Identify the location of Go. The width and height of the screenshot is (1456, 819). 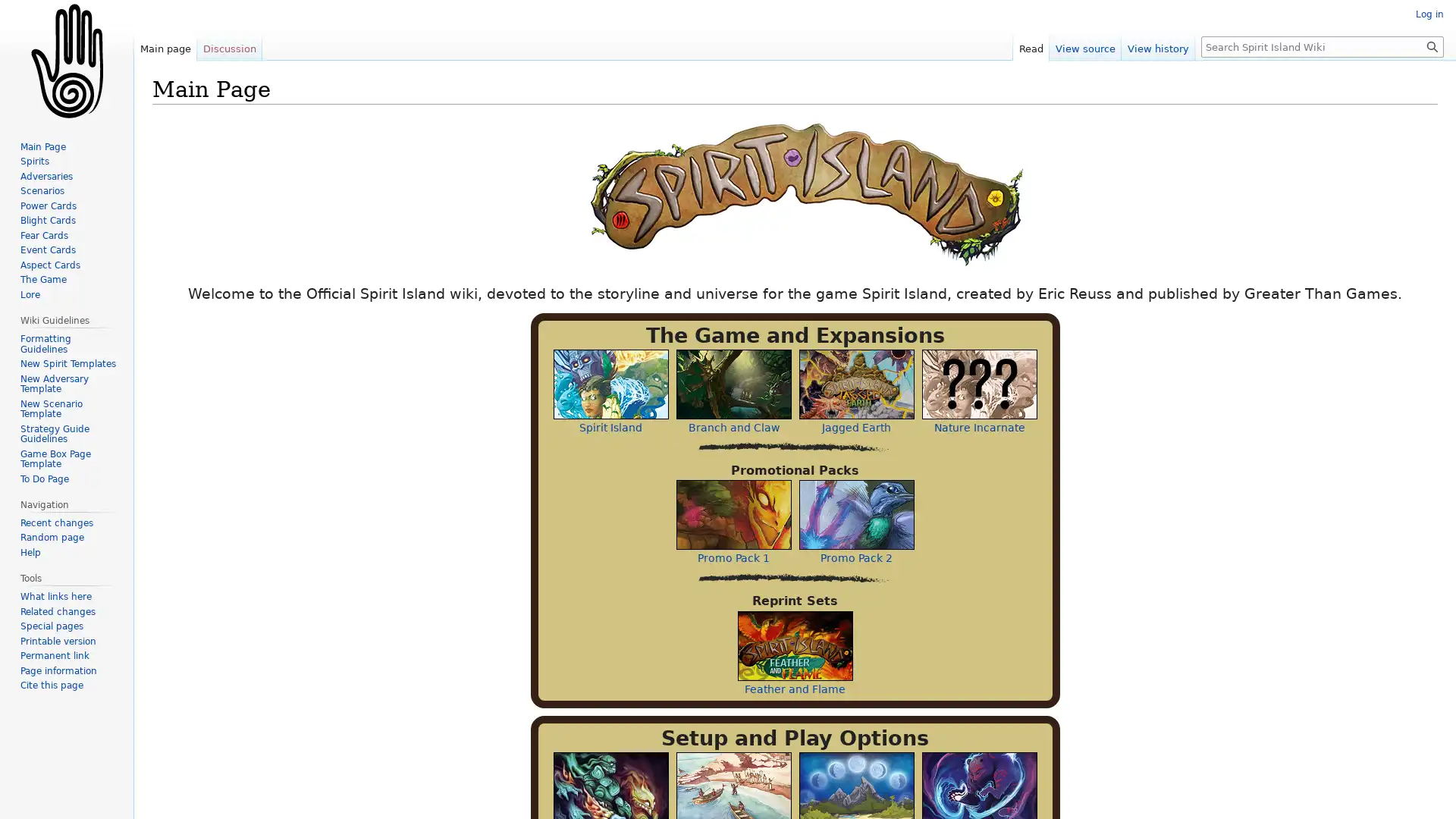
(1432, 45).